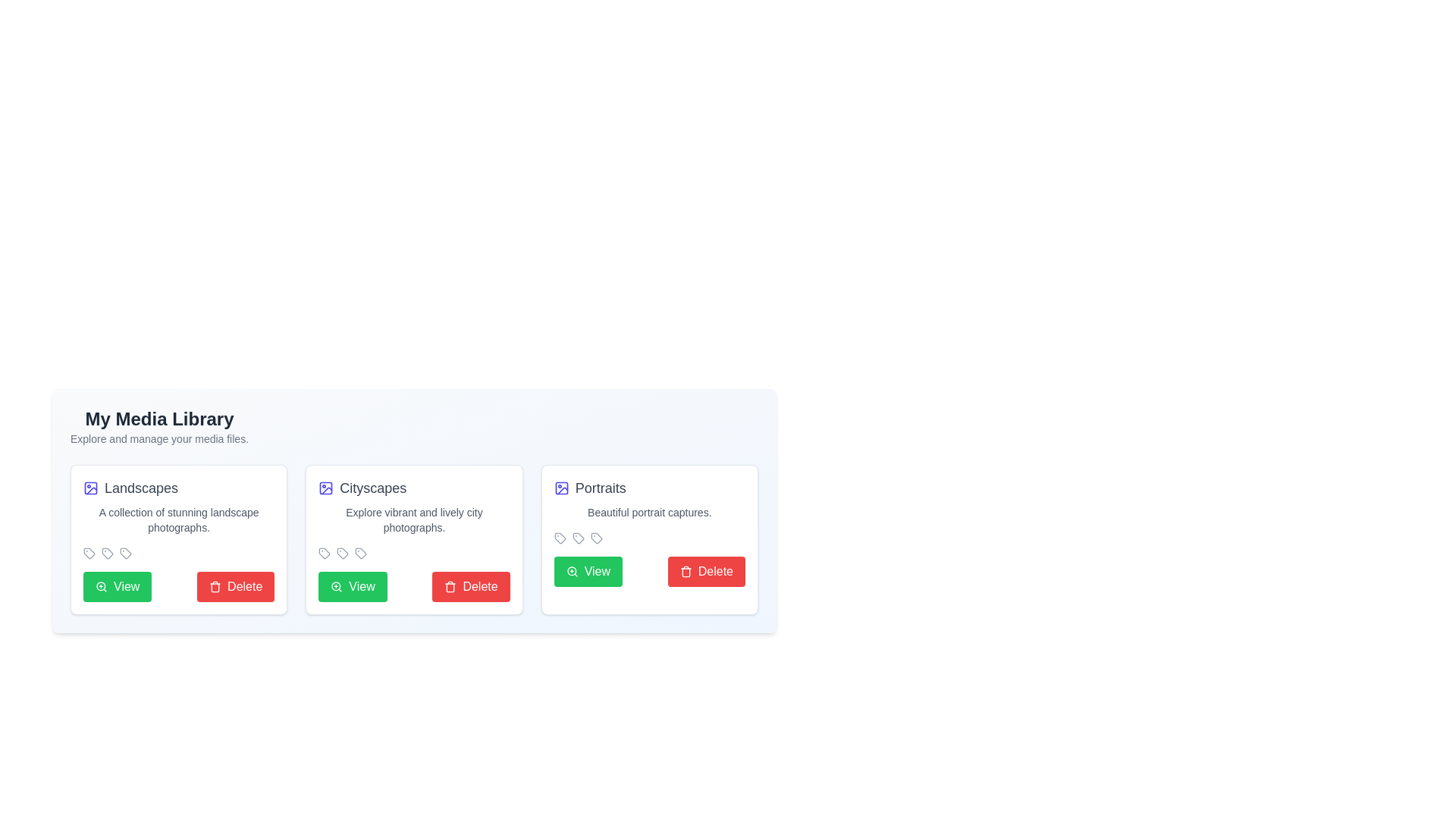  What do you see at coordinates (245, 586) in the screenshot?
I see `displayed text on the 'Delete' button, which is a bold, white font on a bright red background, indicating a cautionary action` at bounding box center [245, 586].